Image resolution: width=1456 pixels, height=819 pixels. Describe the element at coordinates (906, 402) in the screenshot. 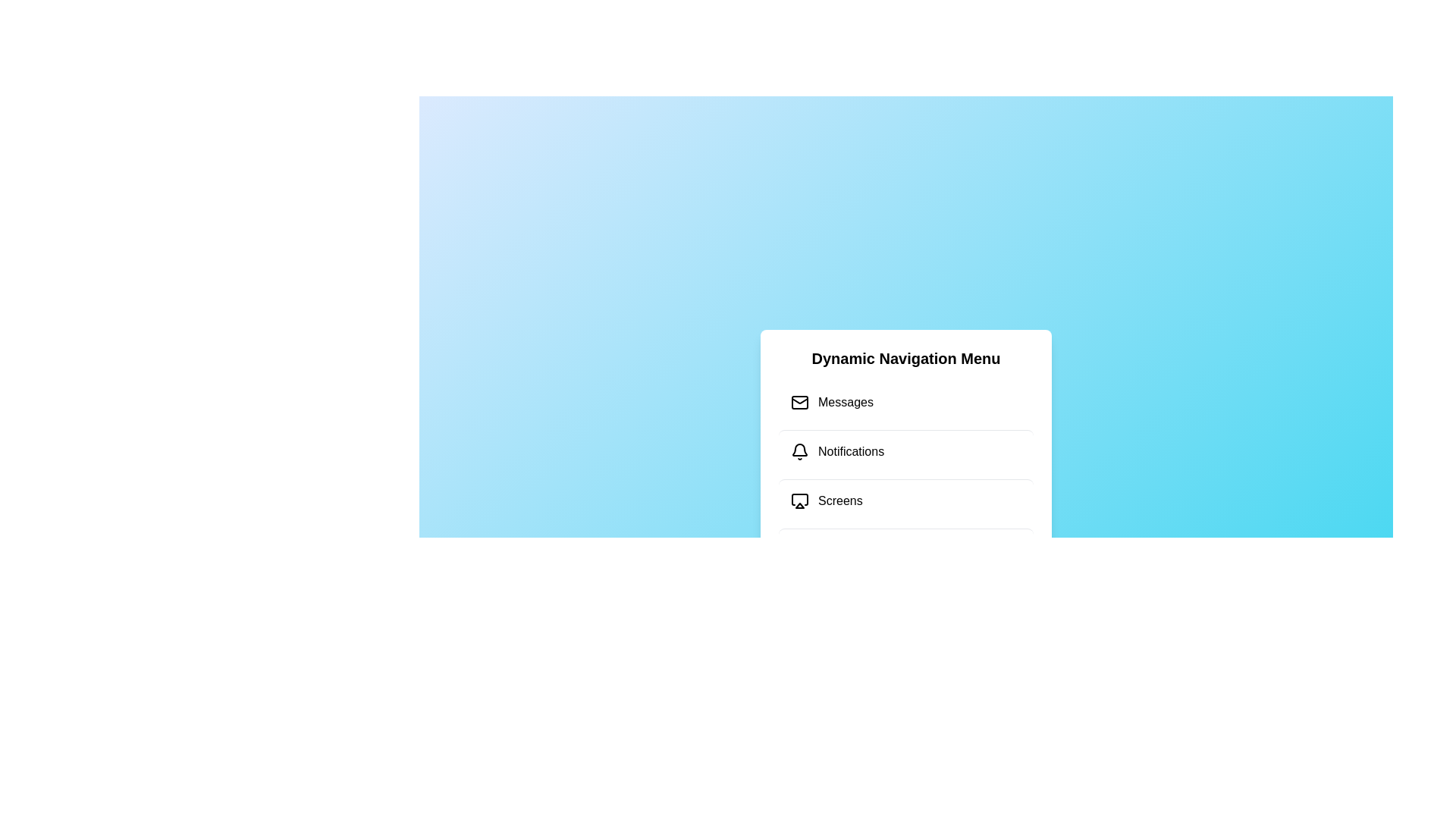

I see `the menu item Messages by clicking on it` at that location.